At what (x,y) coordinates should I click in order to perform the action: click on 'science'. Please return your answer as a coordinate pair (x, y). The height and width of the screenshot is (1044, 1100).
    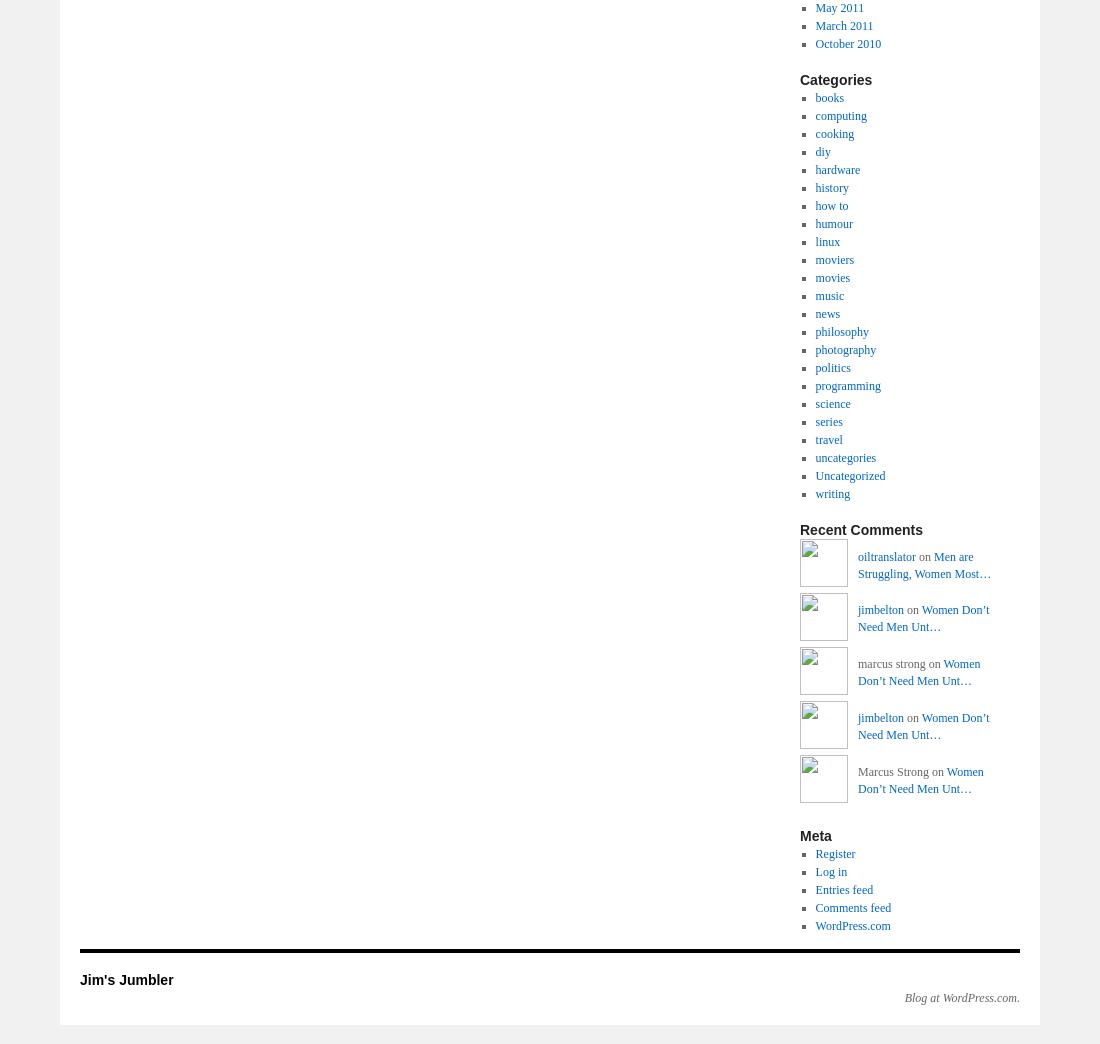
    Looking at the image, I should click on (814, 403).